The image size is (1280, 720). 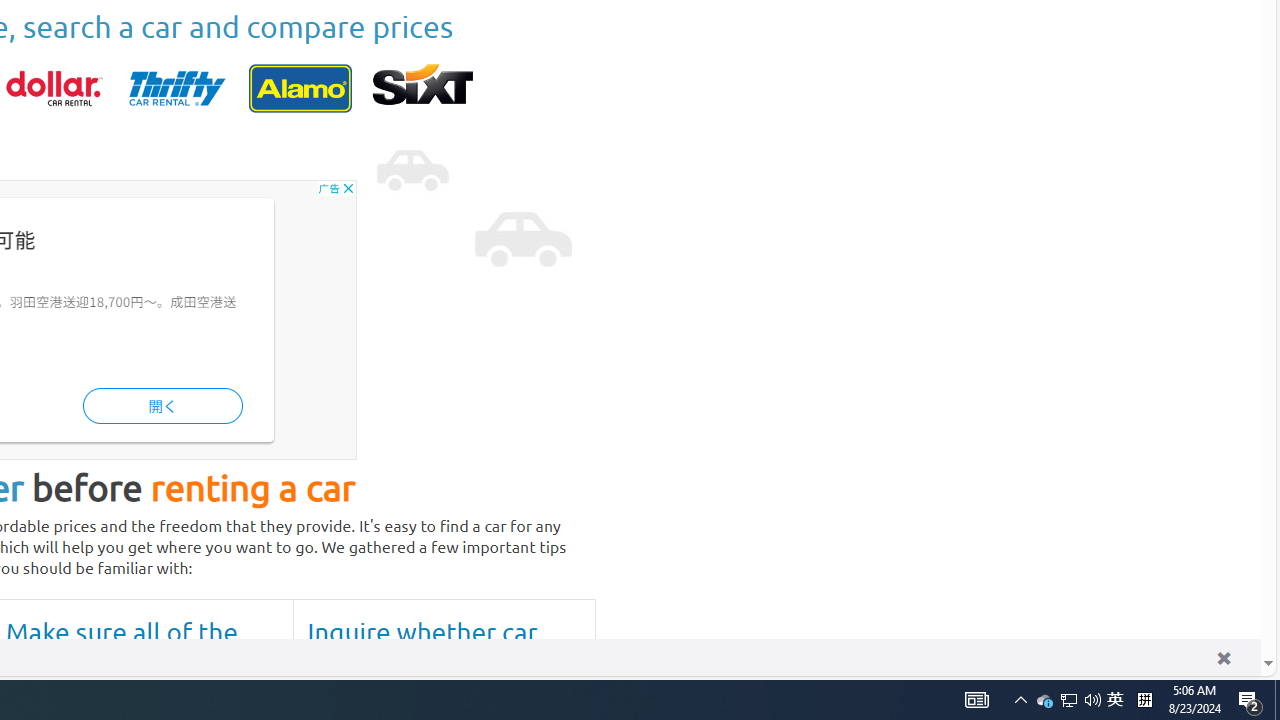 I want to click on 'thrifty', so click(x=177, y=87).